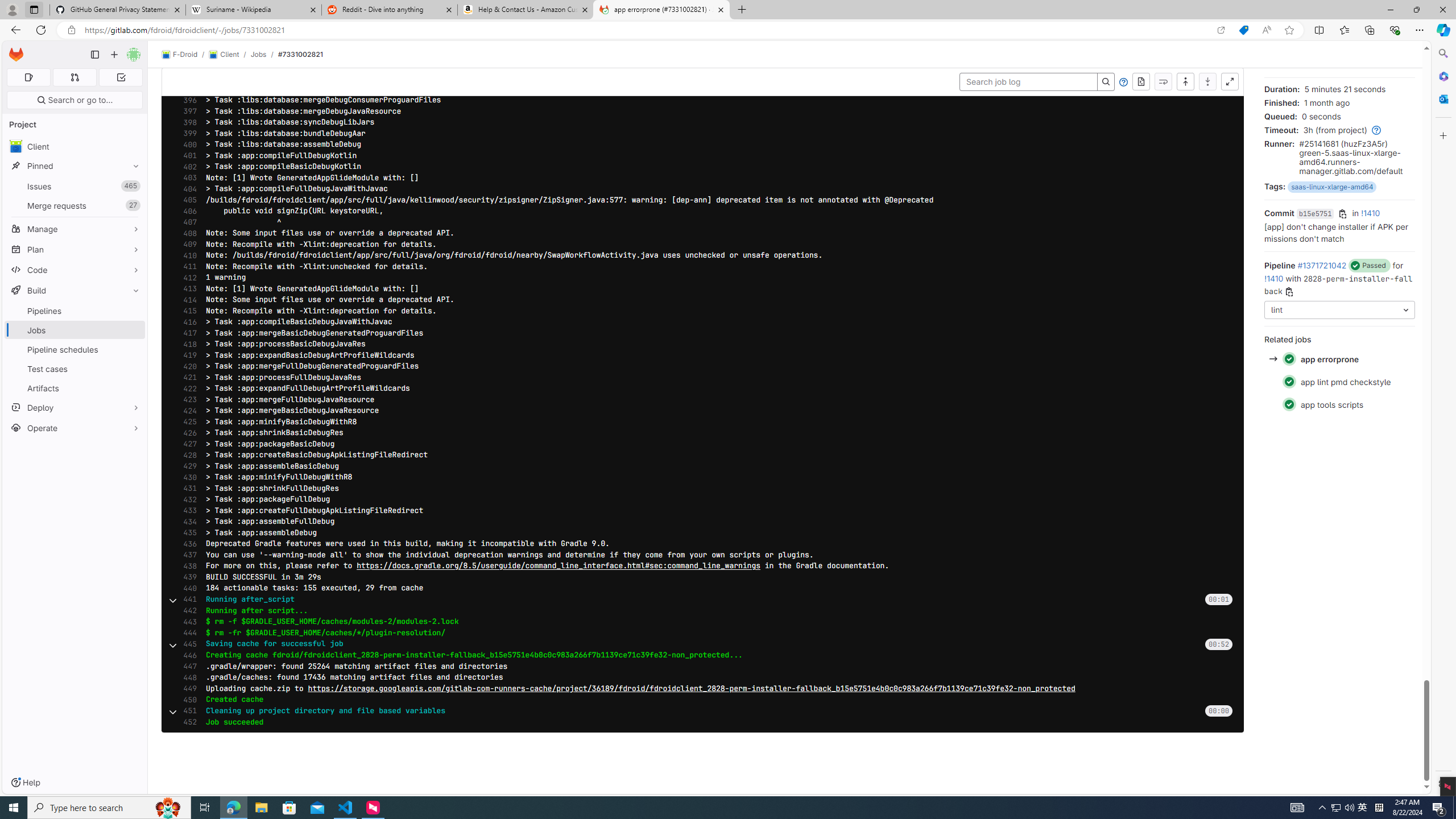 The height and width of the screenshot is (819, 1456). Describe the element at coordinates (133, 368) in the screenshot. I see `'Pin Test cases'` at that location.